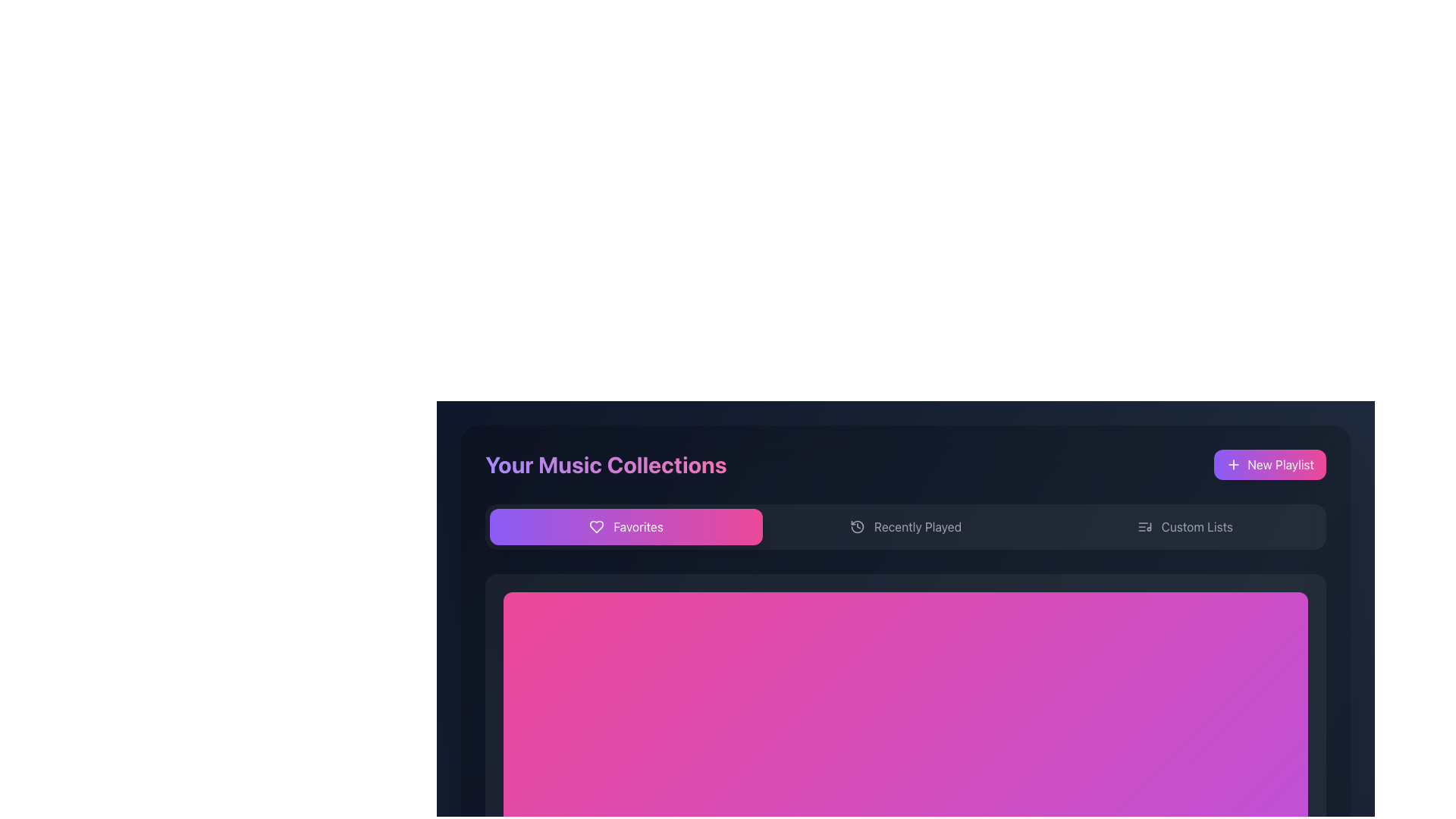 This screenshot has width=1456, height=819. What do you see at coordinates (596, 526) in the screenshot?
I see `the heart-shaped SVG icon with a gradient fill located in the 'Favorites' tab of the navigation bar in the 'Your Music Collections' section` at bounding box center [596, 526].